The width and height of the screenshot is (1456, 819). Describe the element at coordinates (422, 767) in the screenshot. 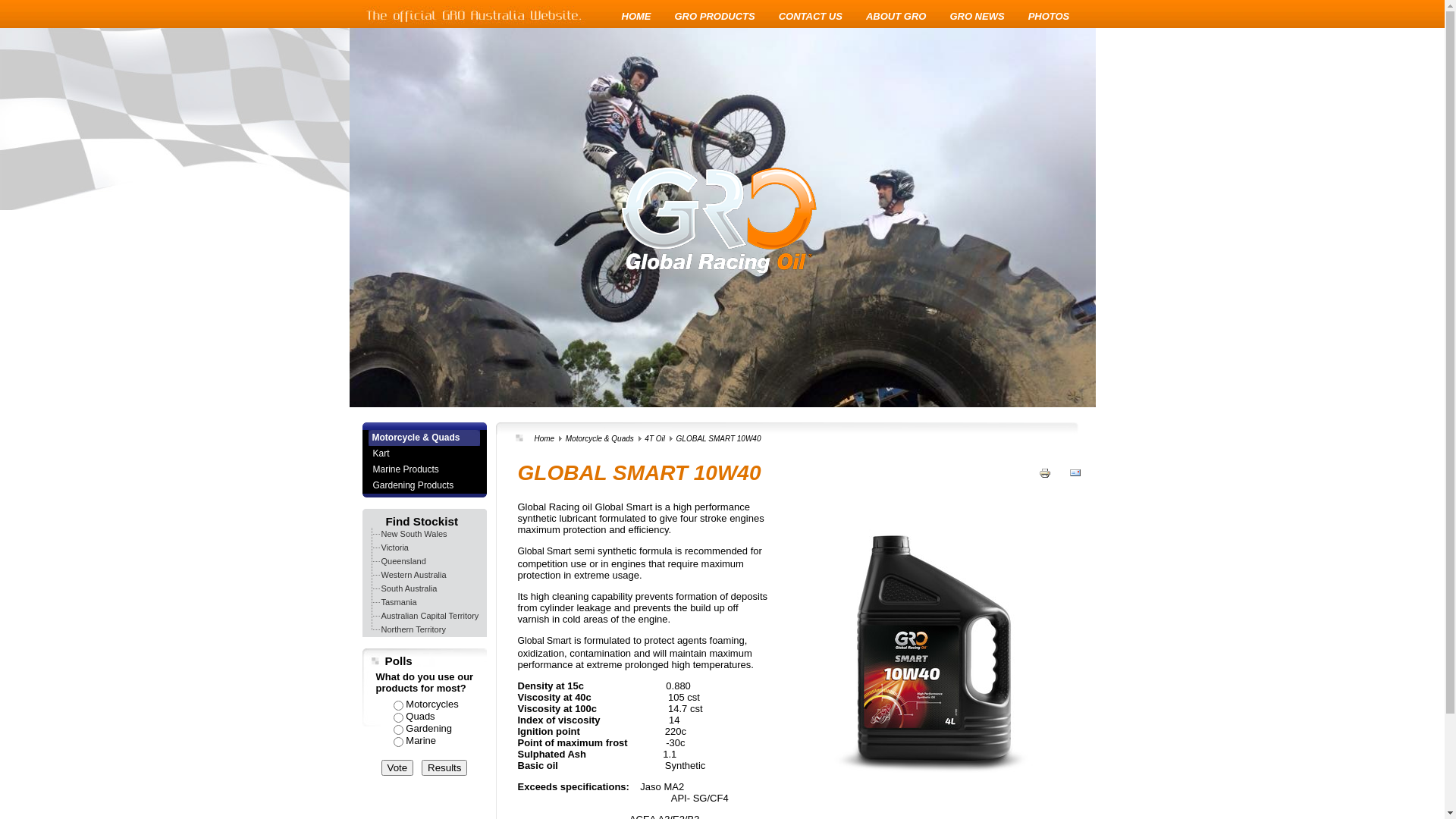

I see `'Results'` at that location.